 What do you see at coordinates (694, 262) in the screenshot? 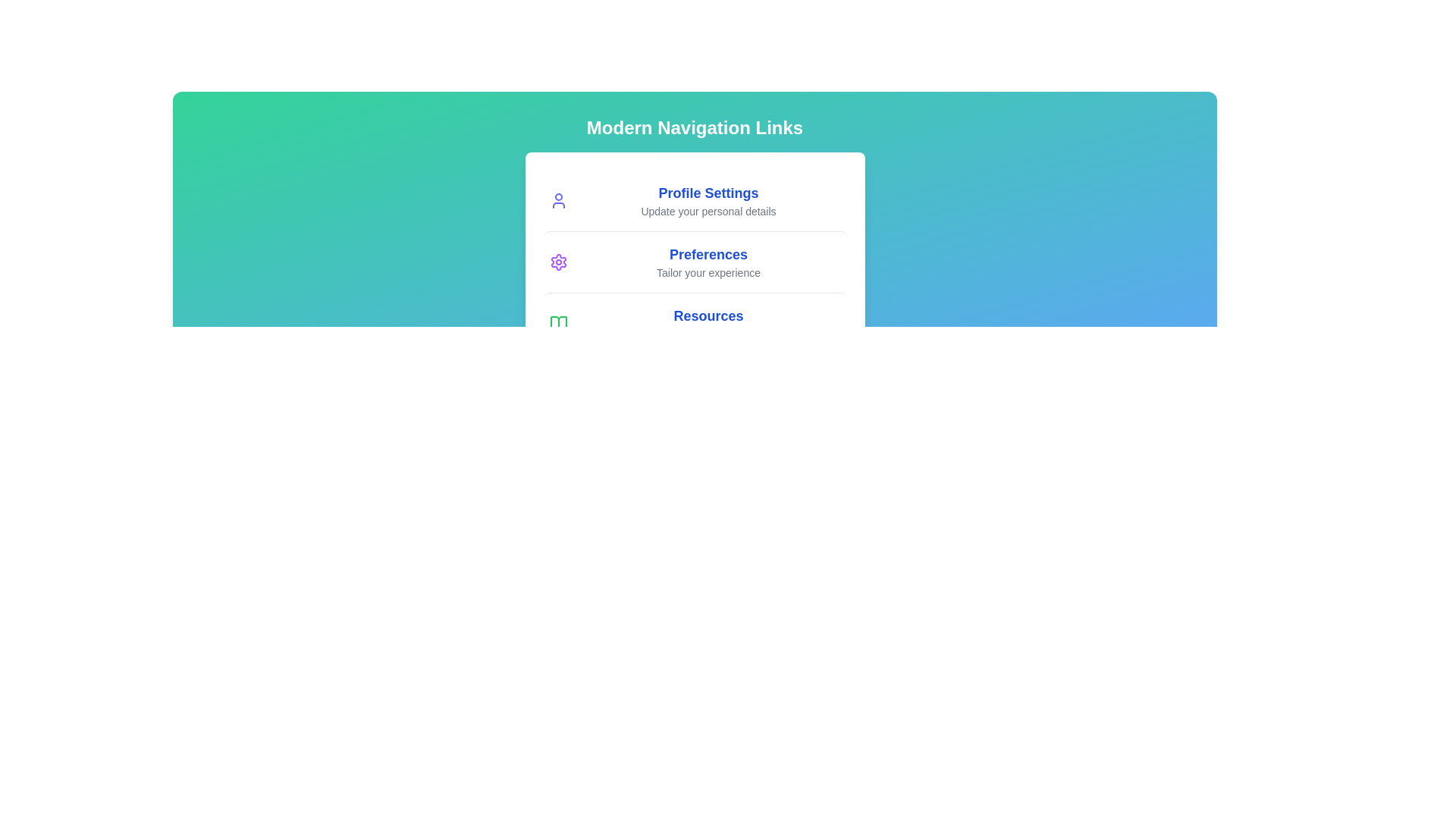
I see `the 'Preferences' navigation link with a purple gear icon to visualize its interactive state` at bounding box center [694, 262].